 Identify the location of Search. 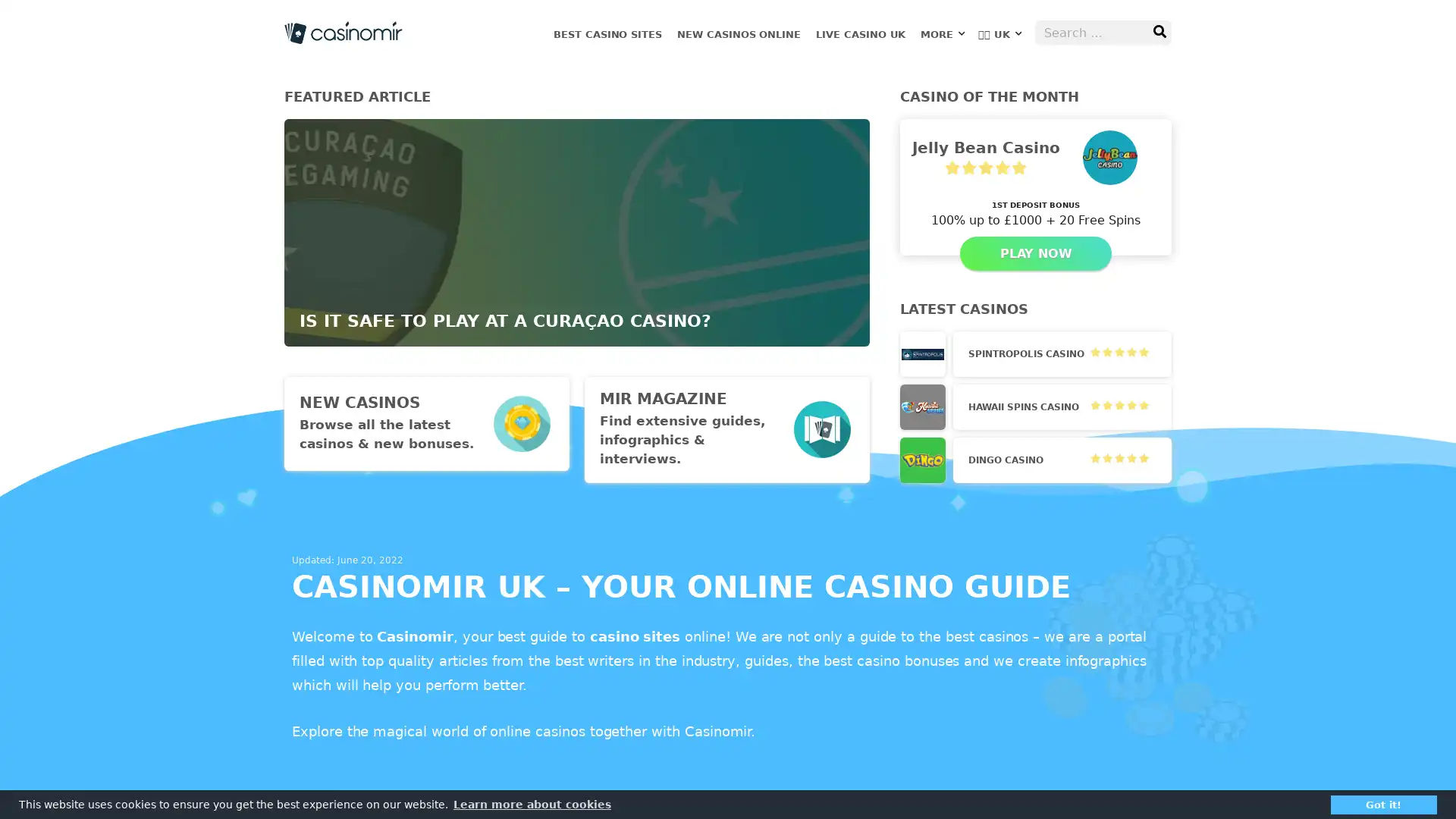
(1159, 32).